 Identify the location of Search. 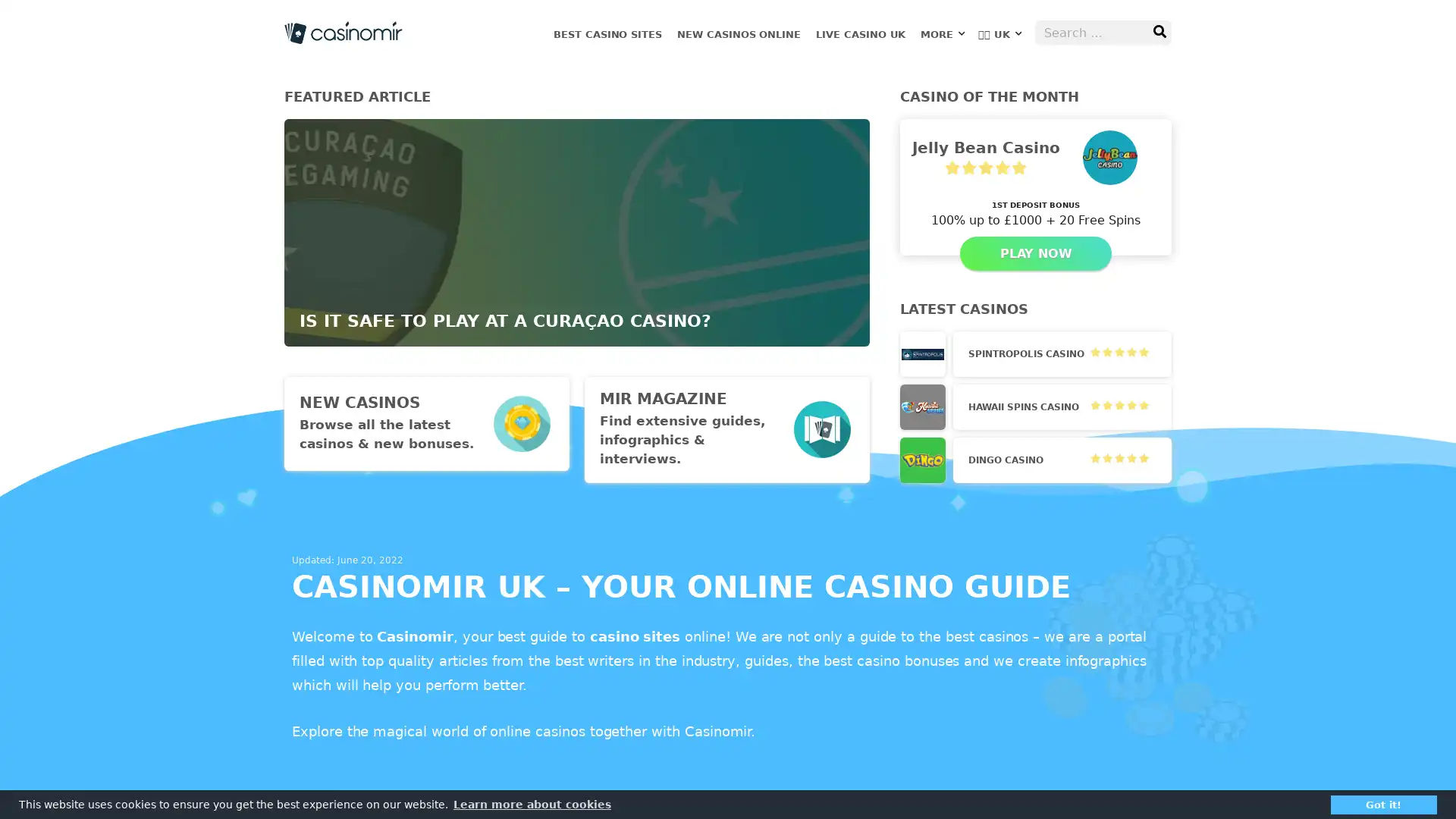
(1159, 32).